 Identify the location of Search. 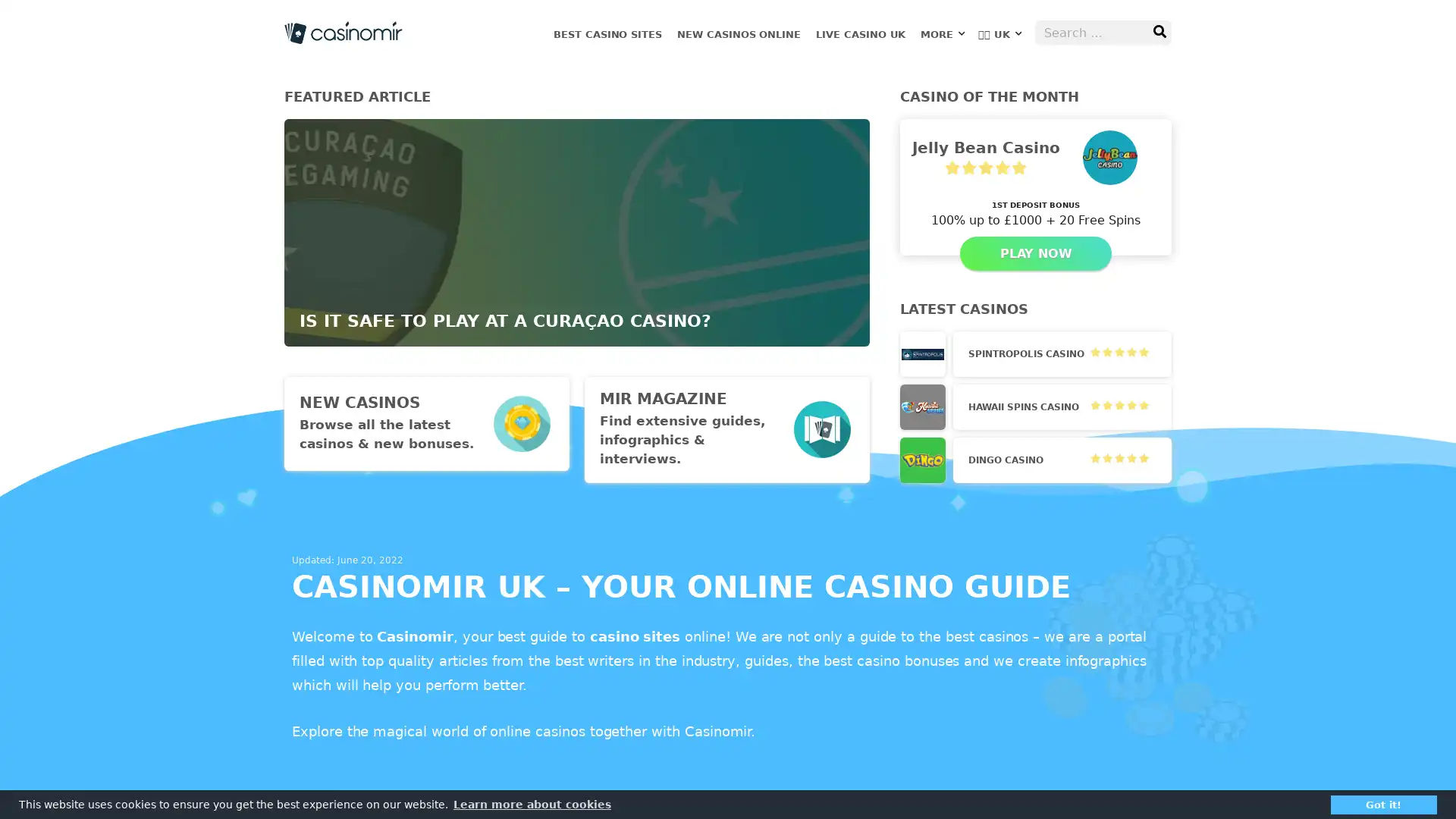
(1159, 32).